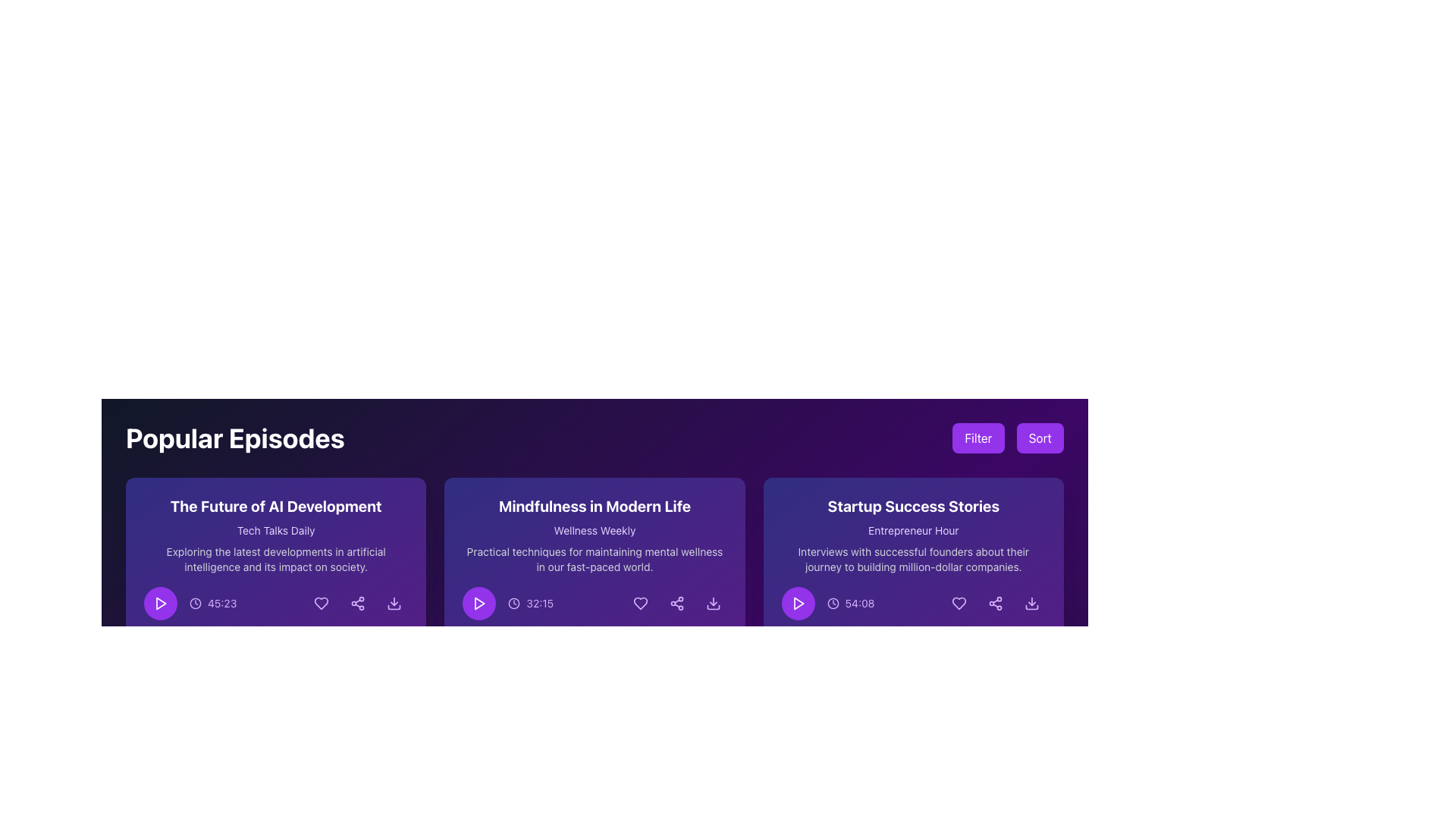  I want to click on the circular purple button with a white play symbol at the bottom-left corner of the 'Mindfulness in Modern Life' card to play the episode, so click(479, 602).